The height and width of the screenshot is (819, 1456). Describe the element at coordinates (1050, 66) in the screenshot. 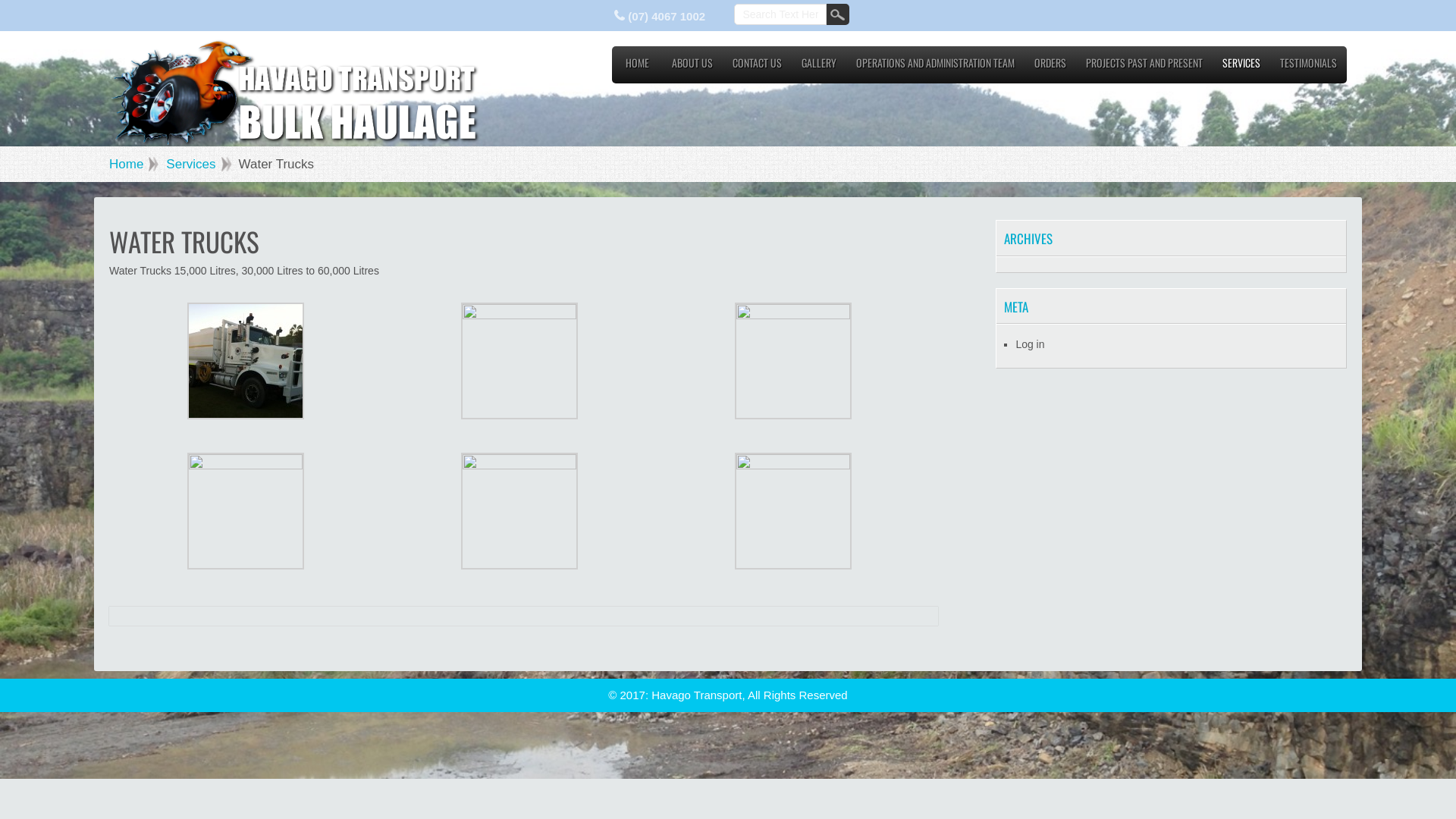

I see `'ORDERS'` at that location.